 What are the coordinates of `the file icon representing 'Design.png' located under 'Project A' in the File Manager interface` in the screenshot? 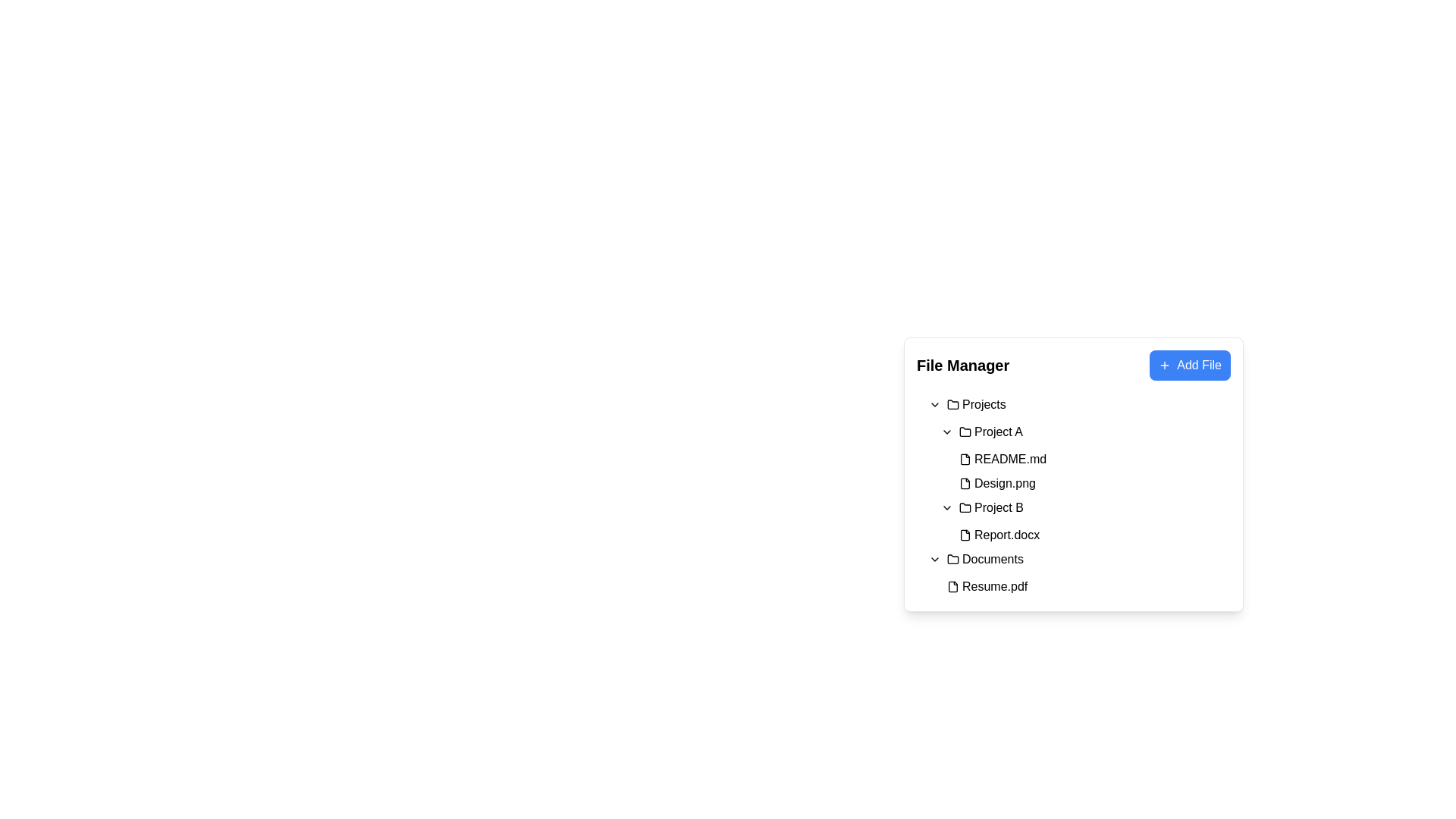 It's located at (964, 483).